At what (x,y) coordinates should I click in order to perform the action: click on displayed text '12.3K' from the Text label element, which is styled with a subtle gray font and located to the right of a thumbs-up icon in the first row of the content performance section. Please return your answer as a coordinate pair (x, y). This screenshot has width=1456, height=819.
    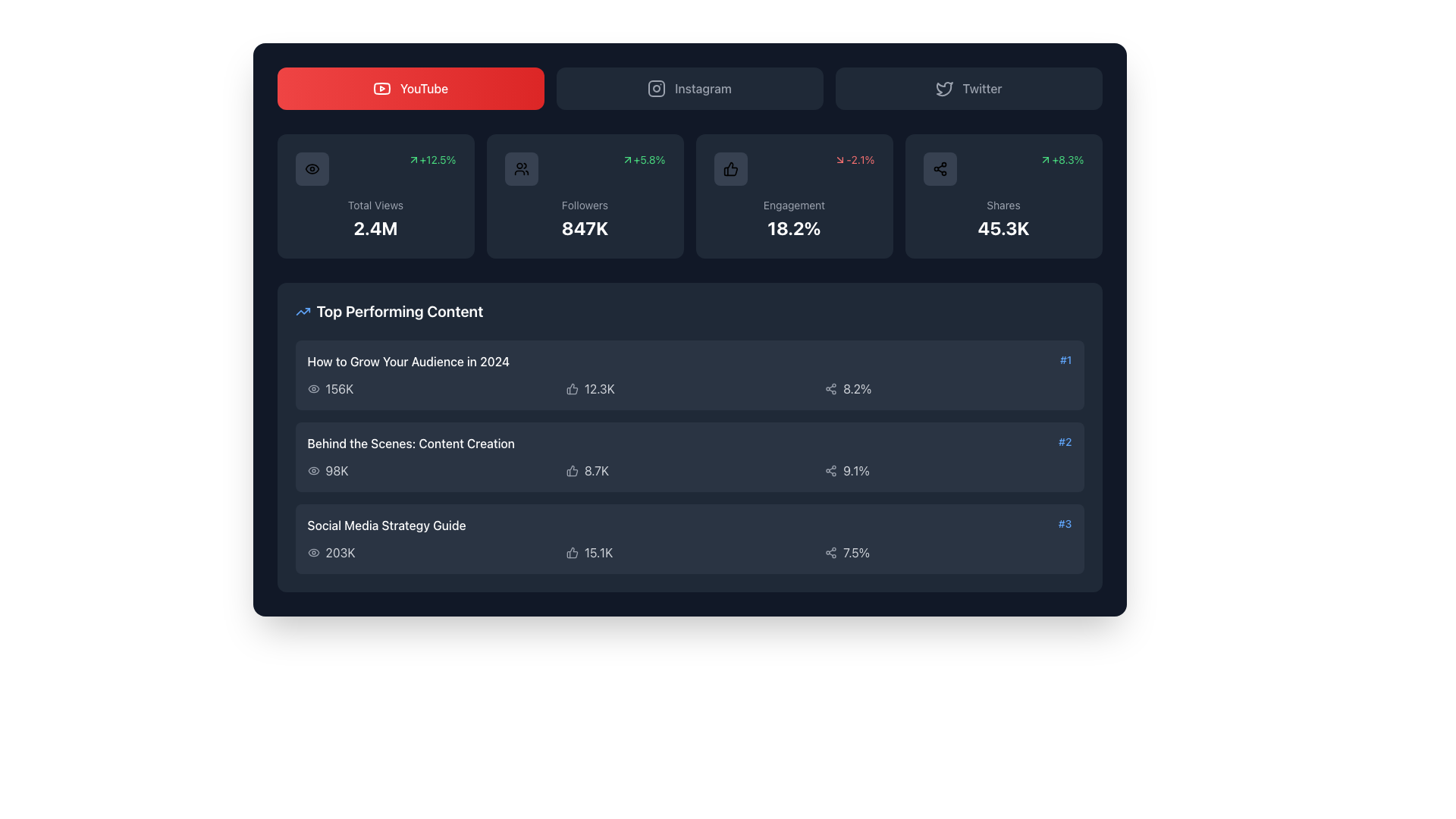
    Looking at the image, I should click on (598, 388).